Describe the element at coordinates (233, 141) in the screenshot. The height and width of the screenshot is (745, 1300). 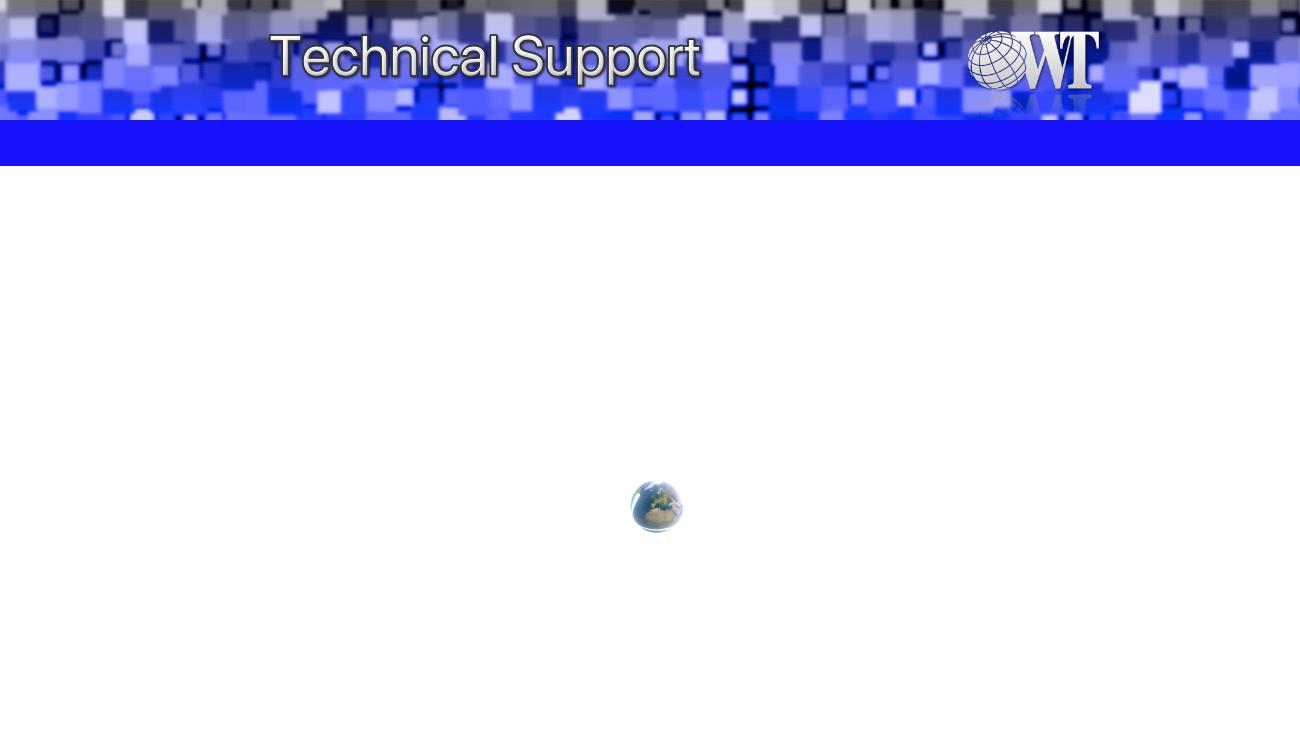
I see `'Reference'` at that location.